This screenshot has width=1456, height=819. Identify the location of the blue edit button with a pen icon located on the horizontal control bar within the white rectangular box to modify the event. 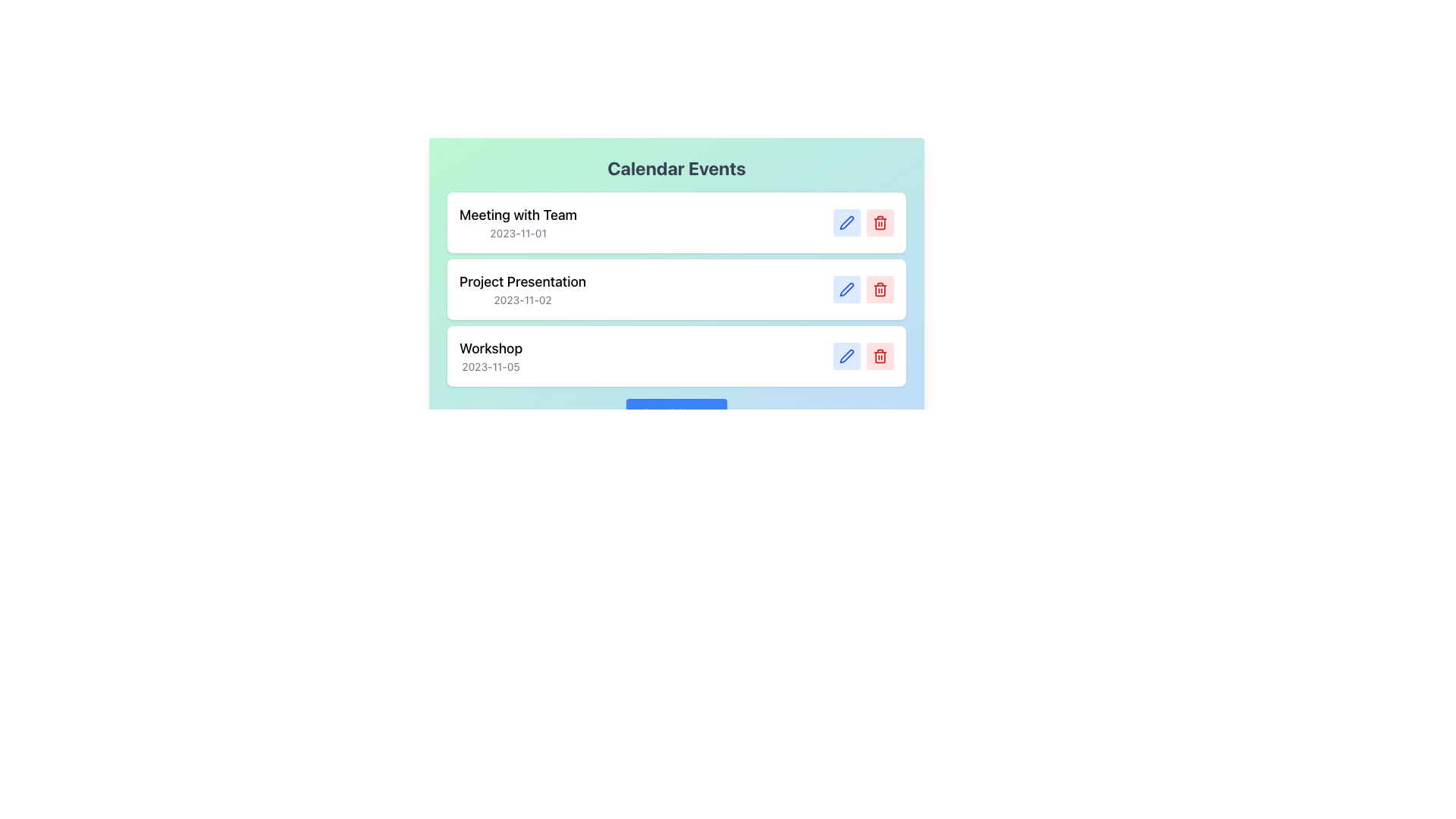
(863, 356).